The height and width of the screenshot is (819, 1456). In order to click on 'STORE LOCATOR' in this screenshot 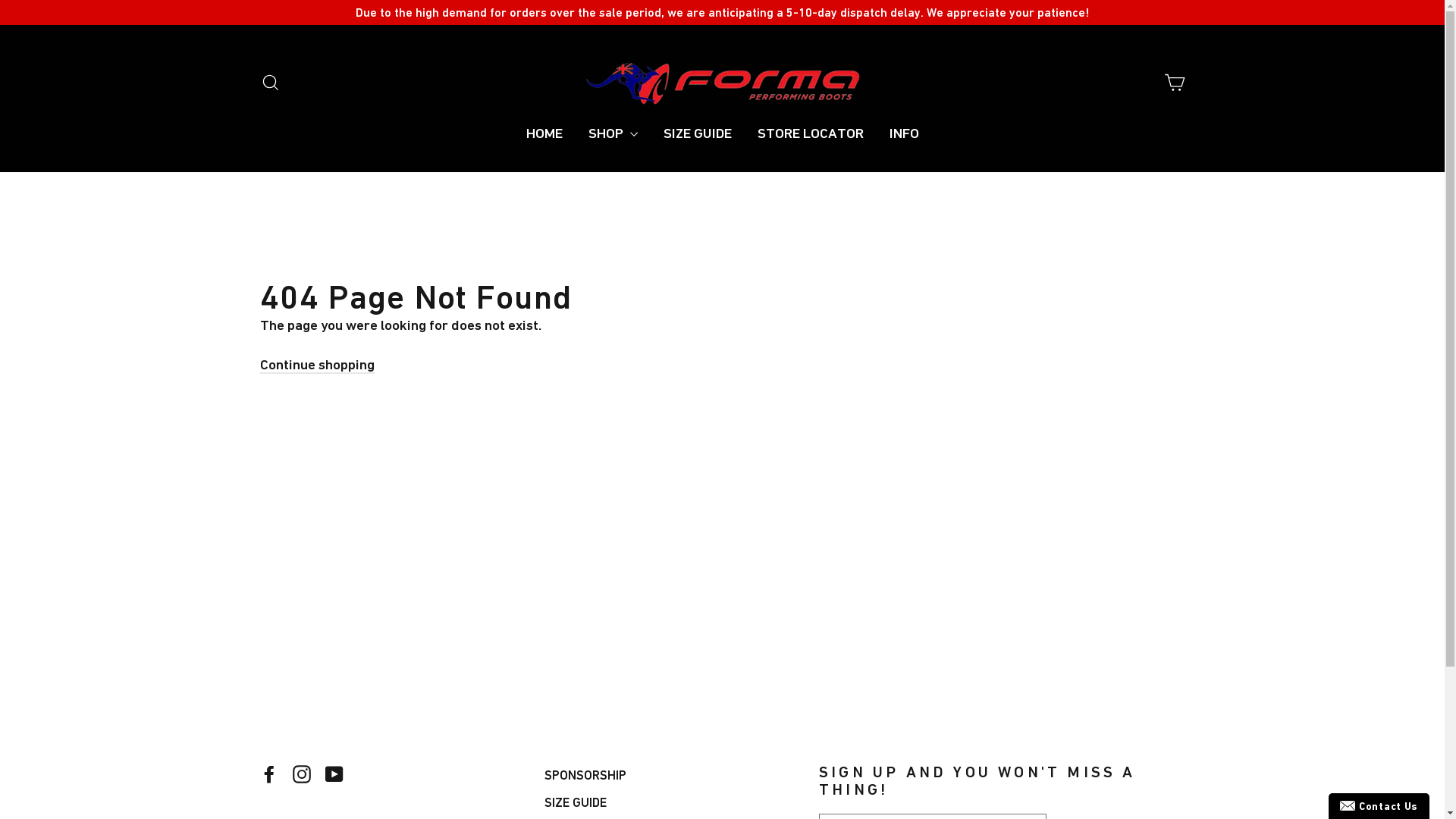, I will do `click(745, 133)`.